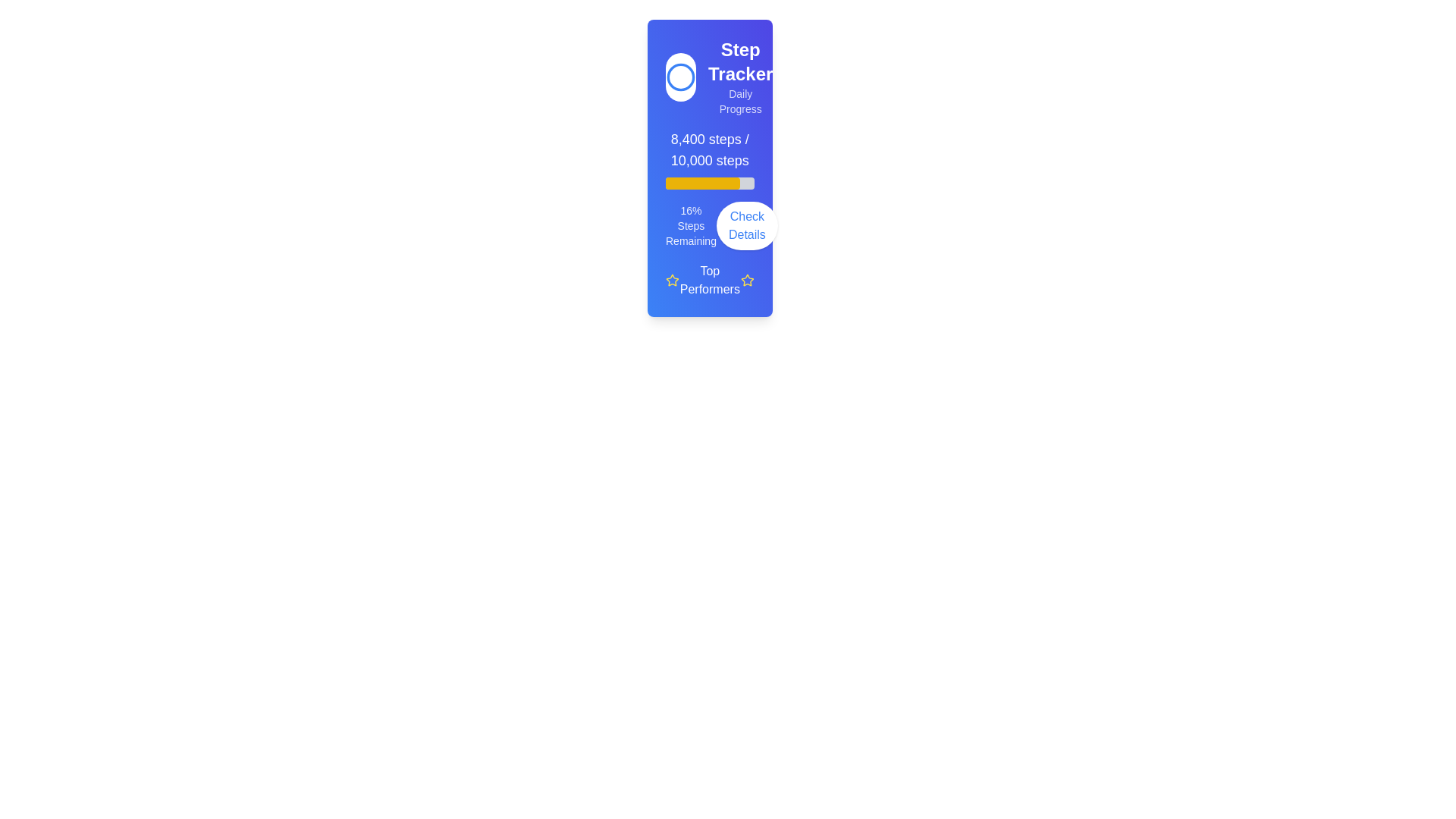 This screenshot has height=819, width=1456. Describe the element at coordinates (709, 158) in the screenshot. I see `properties of the Progress Indicator showing the user's step count of 8,400 steps within the 'Step Tracker' card` at that location.